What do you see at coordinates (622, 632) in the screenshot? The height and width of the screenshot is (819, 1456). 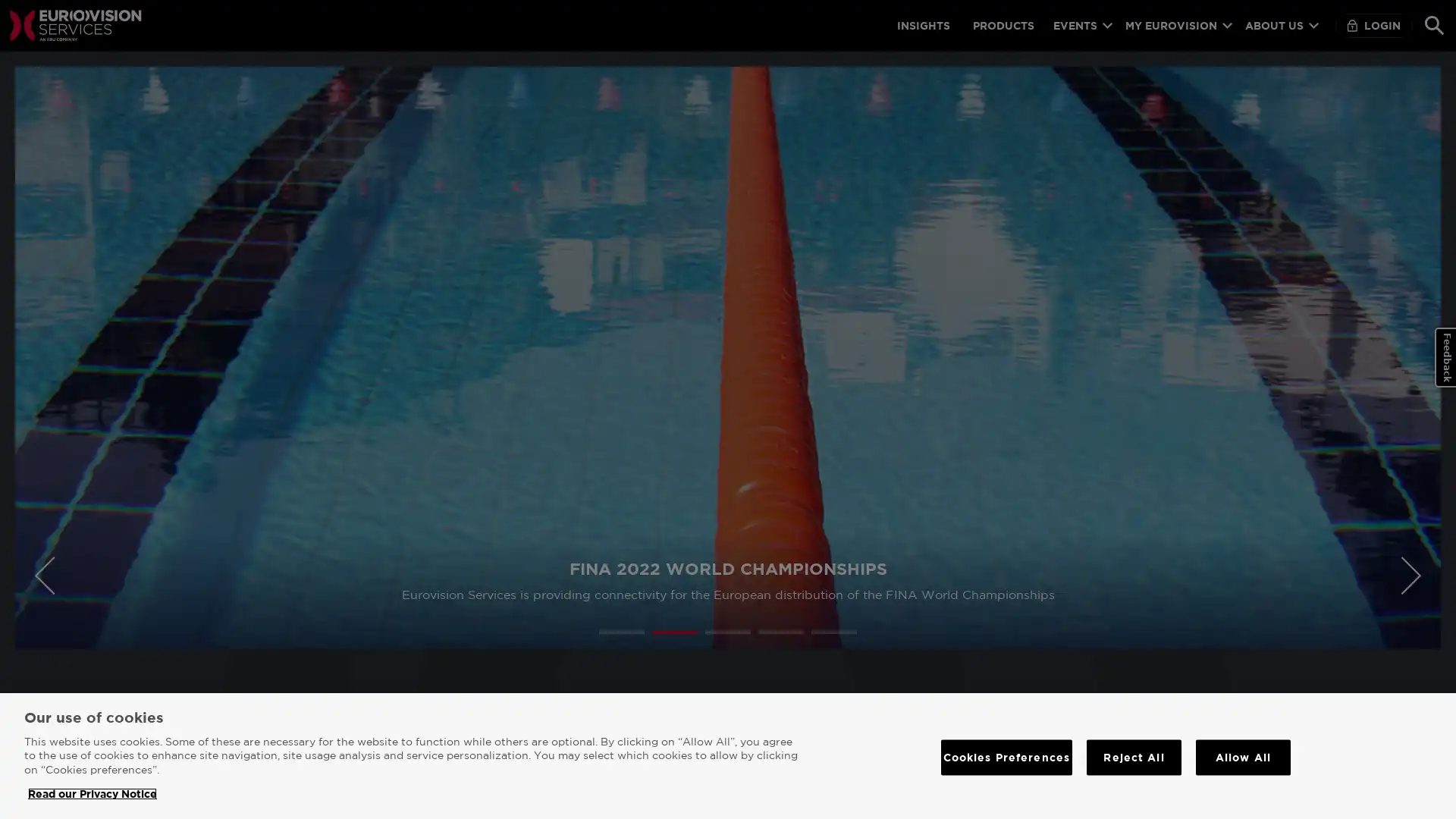 I see `Carousel Page 1` at bounding box center [622, 632].